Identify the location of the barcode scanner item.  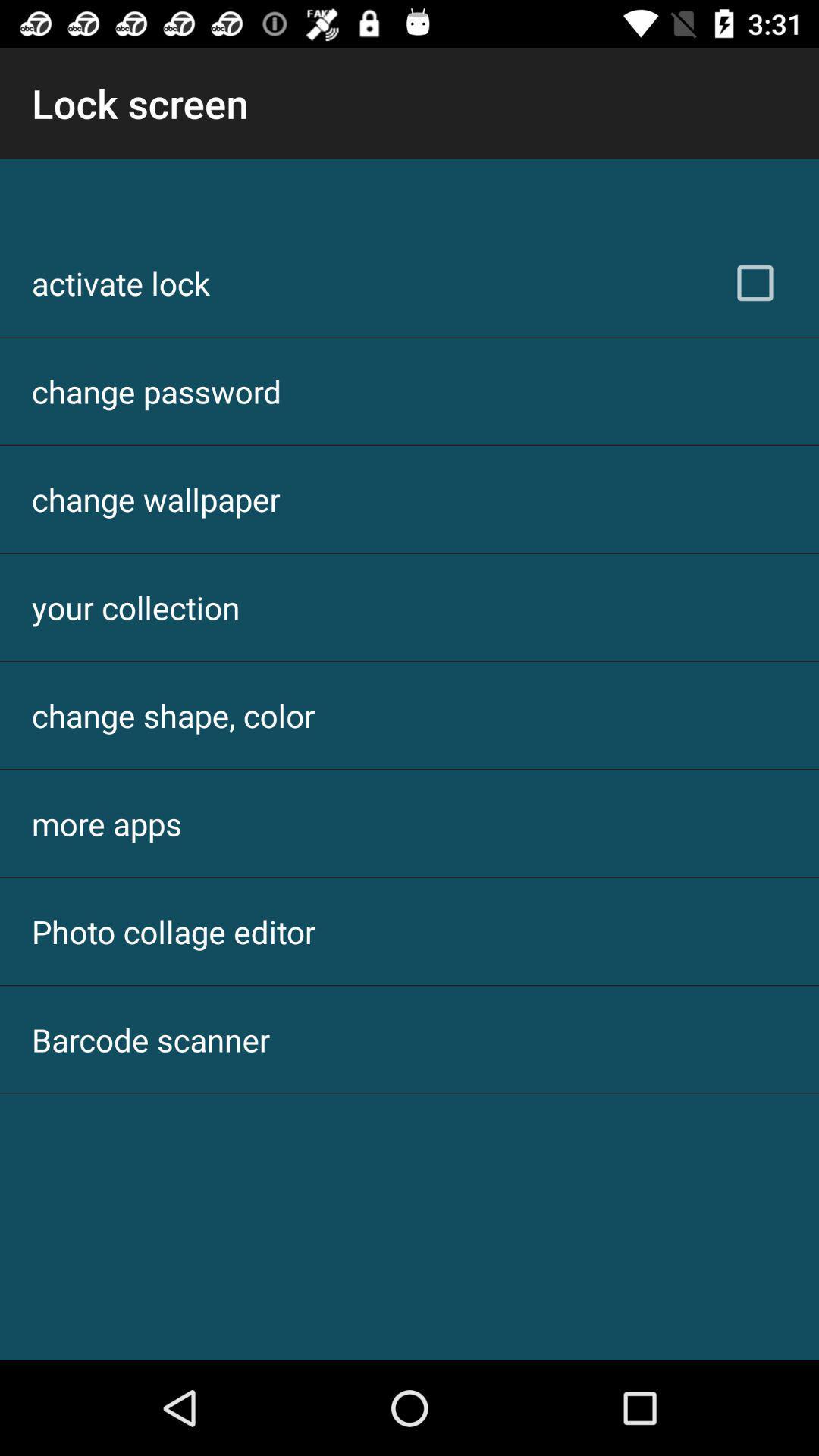
(151, 1039).